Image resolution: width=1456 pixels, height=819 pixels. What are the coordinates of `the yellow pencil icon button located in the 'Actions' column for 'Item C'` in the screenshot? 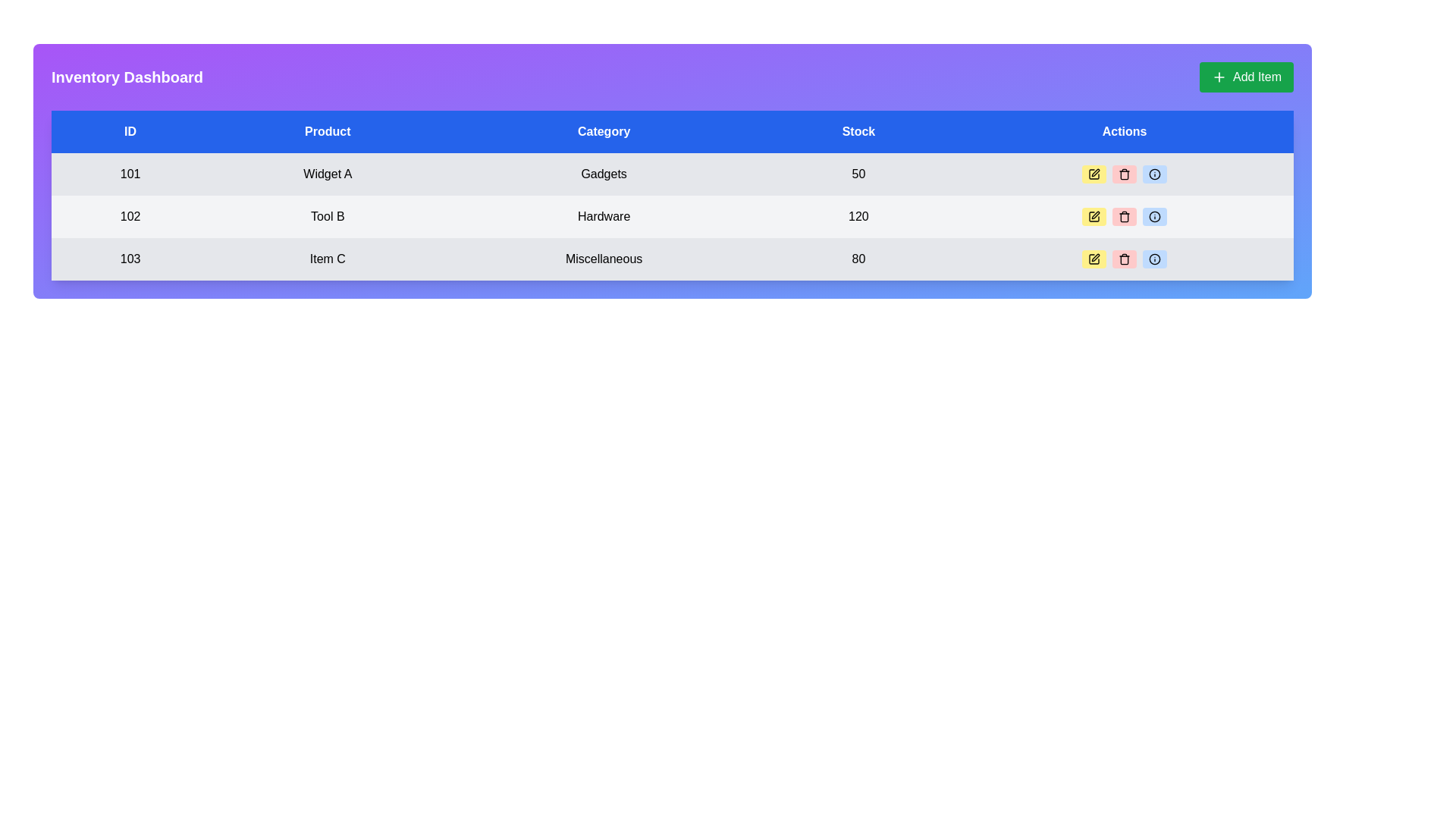 It's located at (1095, 256).